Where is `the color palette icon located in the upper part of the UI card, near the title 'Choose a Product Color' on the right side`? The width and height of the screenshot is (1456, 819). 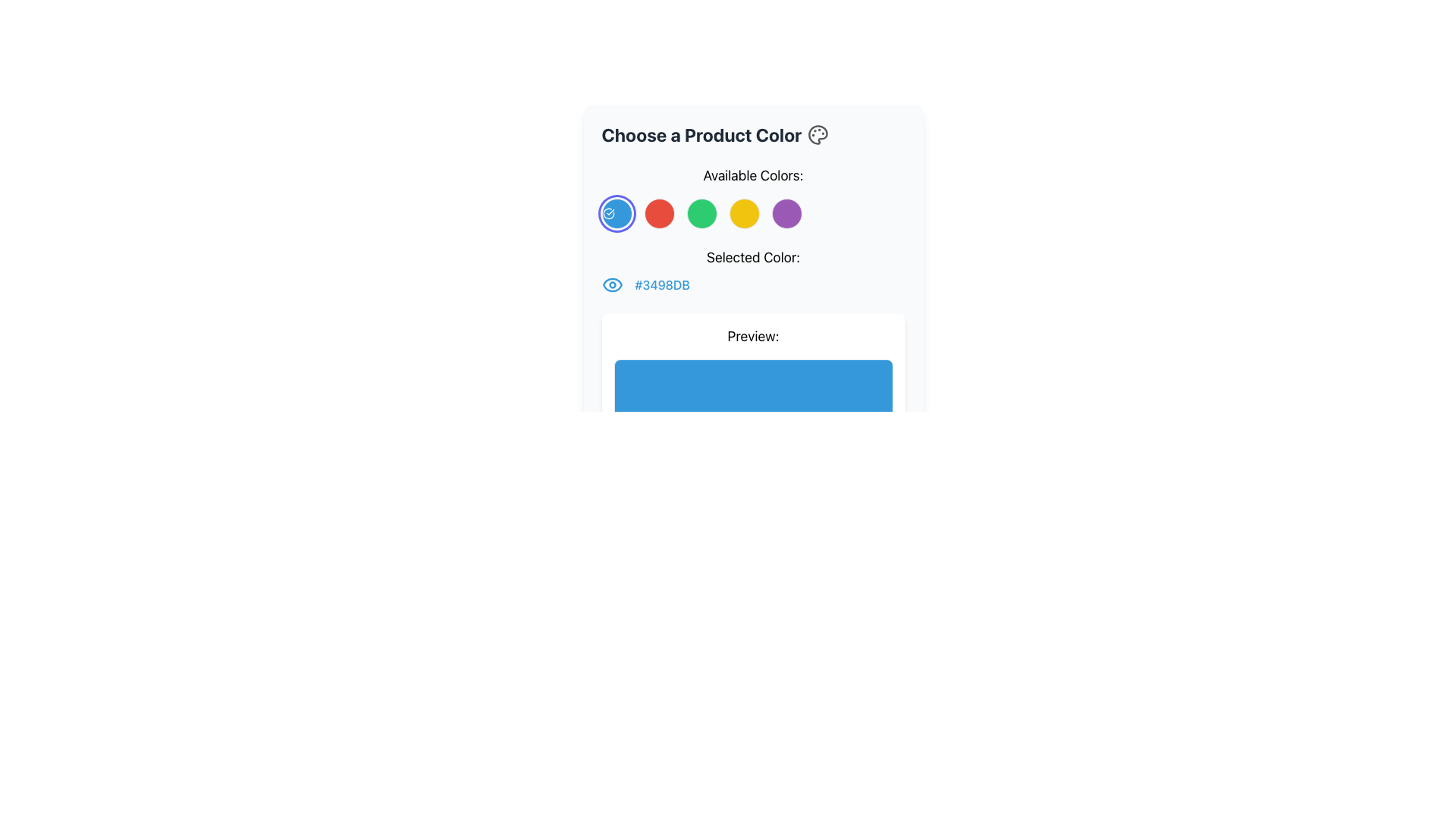 the color palette icon located in the upper part of the UI card, near the title 'Choose a Product Color' on the right side is located at coordinates (817, 133).